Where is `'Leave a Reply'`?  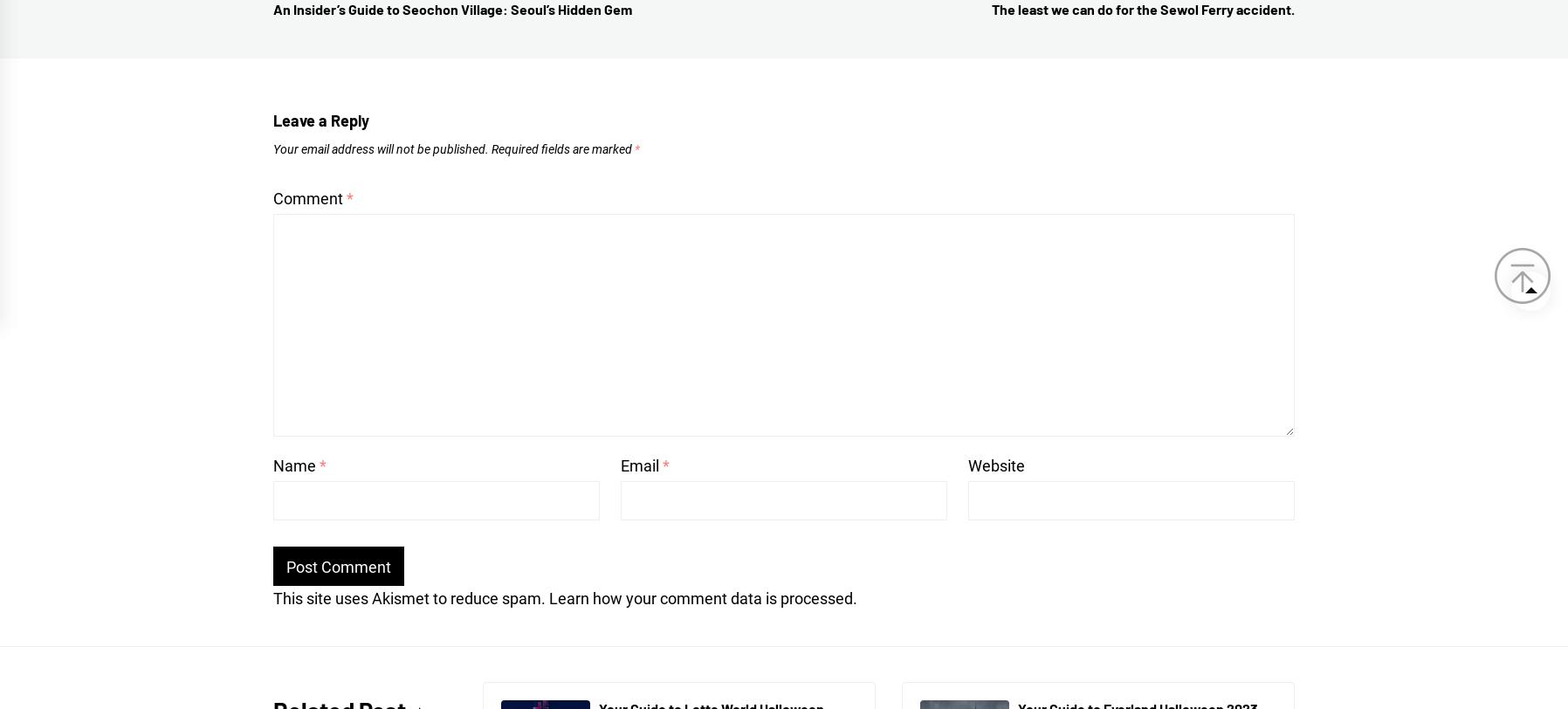 'Leave a Reply' is located at coordinates (321, 119).